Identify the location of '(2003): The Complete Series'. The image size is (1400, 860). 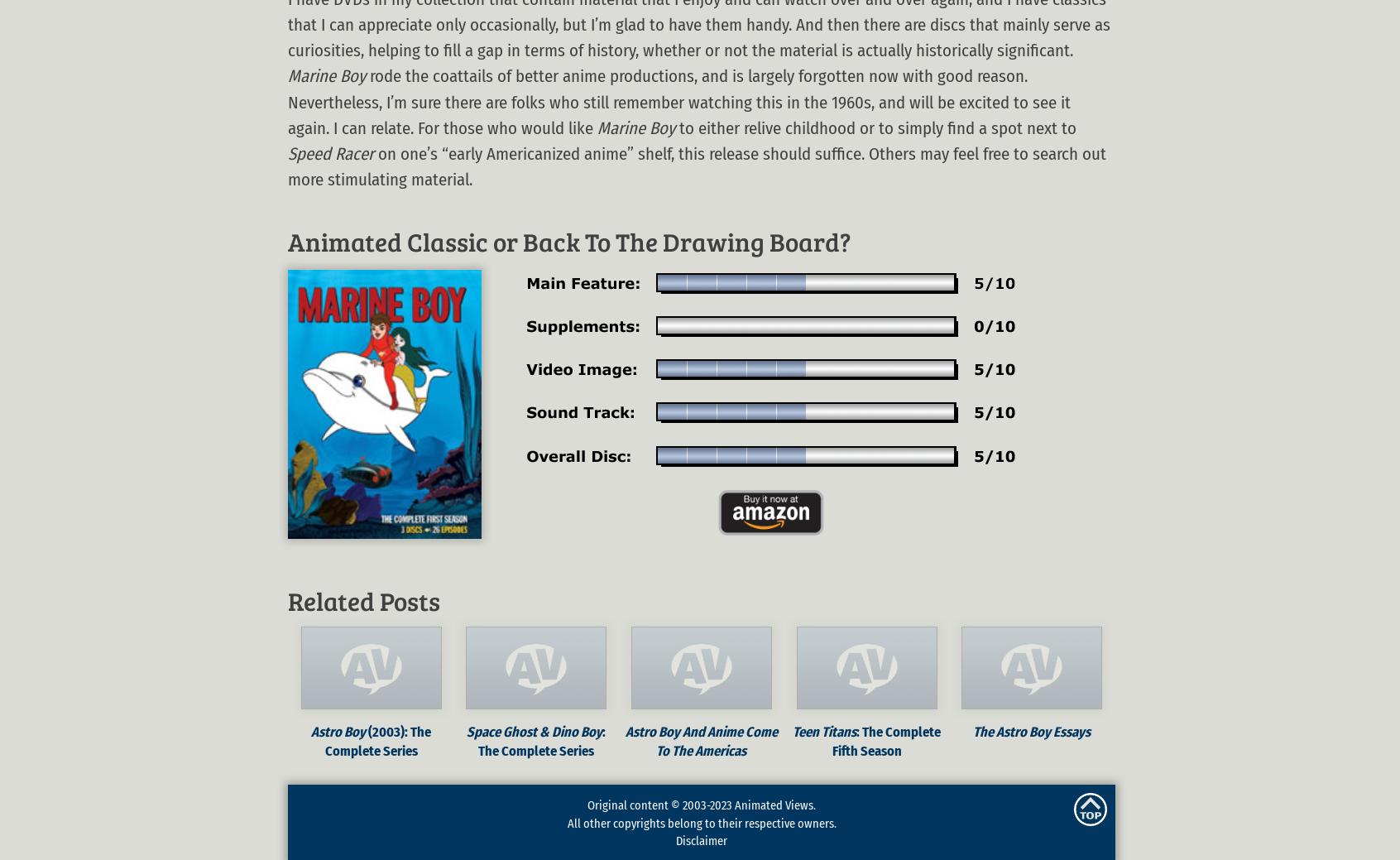
(376, 740).